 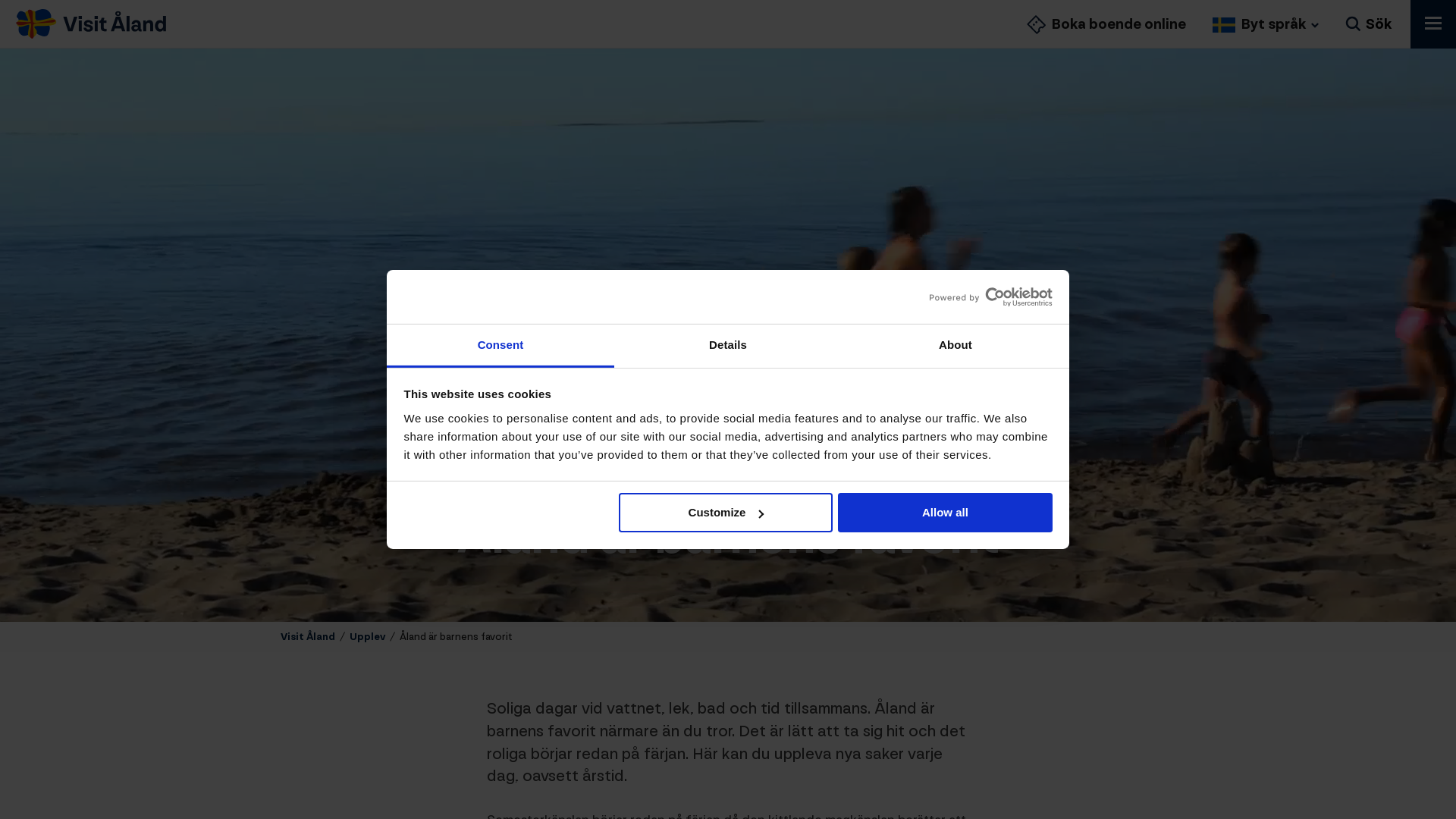 What do you see at coordinates (728, 346) in the screenshot?
I see `'Details'` at bounding box center [728, 346].